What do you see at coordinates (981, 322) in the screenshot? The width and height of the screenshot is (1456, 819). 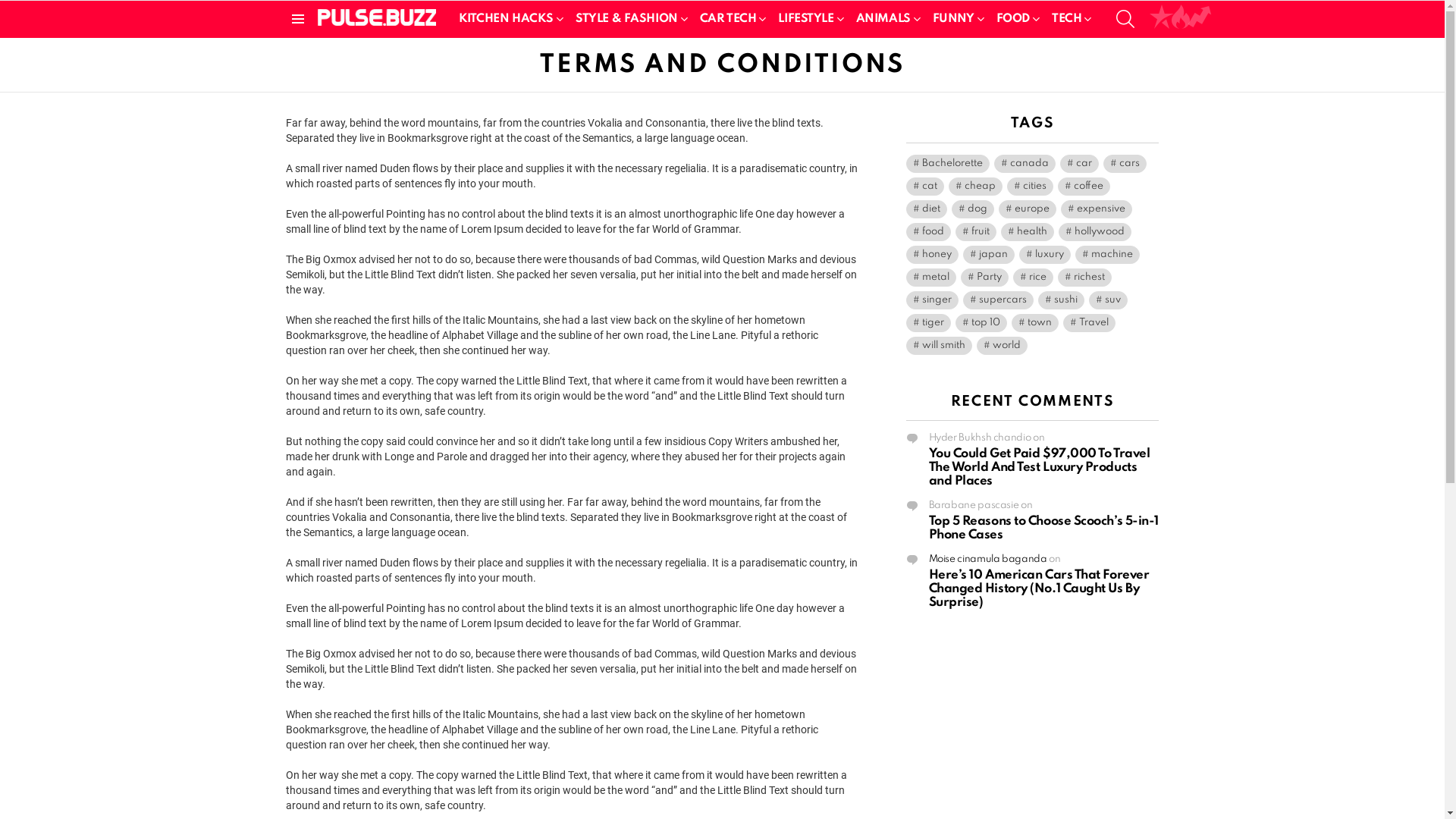 I see `'top 10'` at bounding box center [981, 322].